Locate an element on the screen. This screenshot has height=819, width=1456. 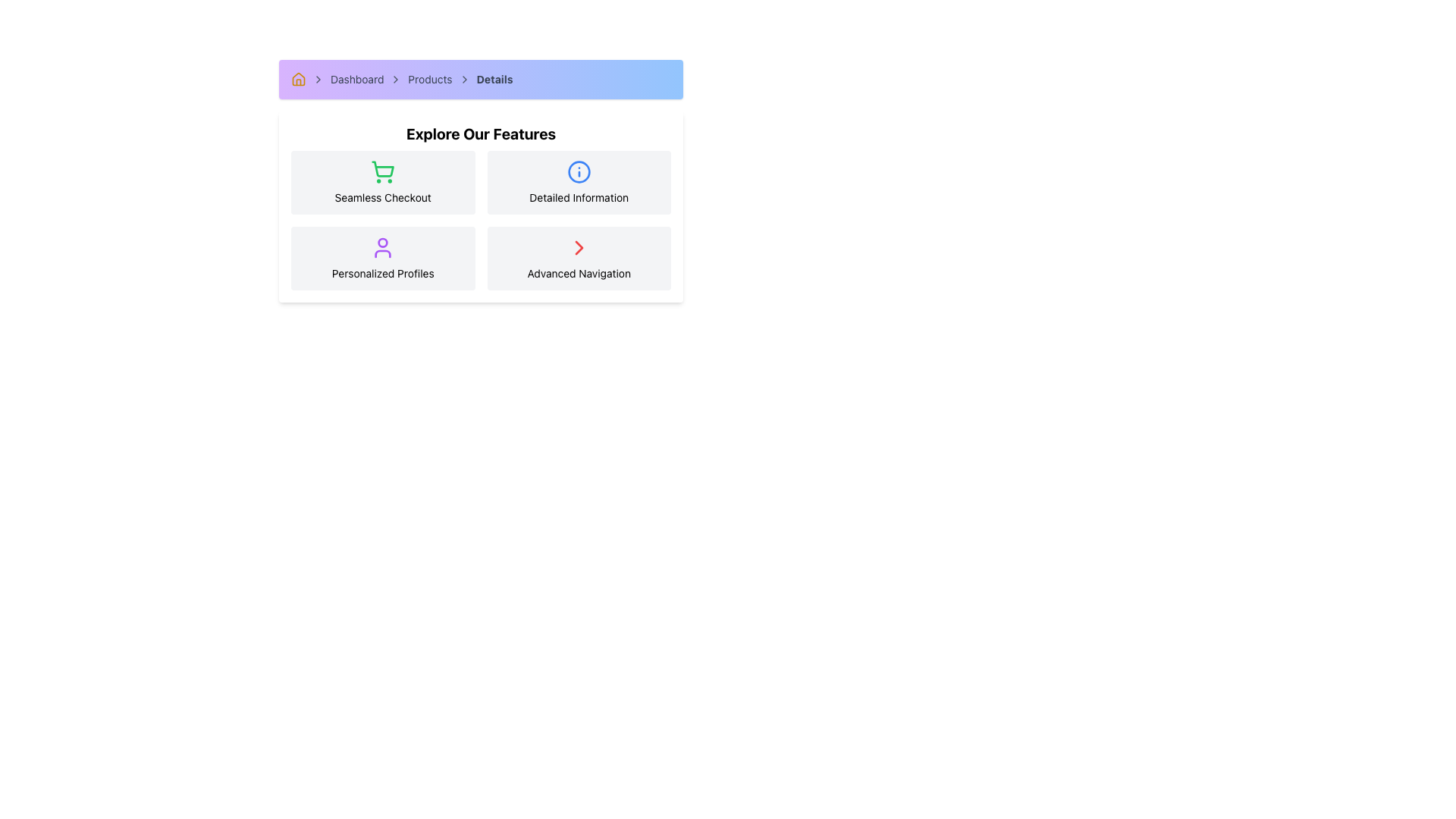
informational text label located in the middle-left rectangular card below the green shopping cart icon is located at coordinates (383, 197).